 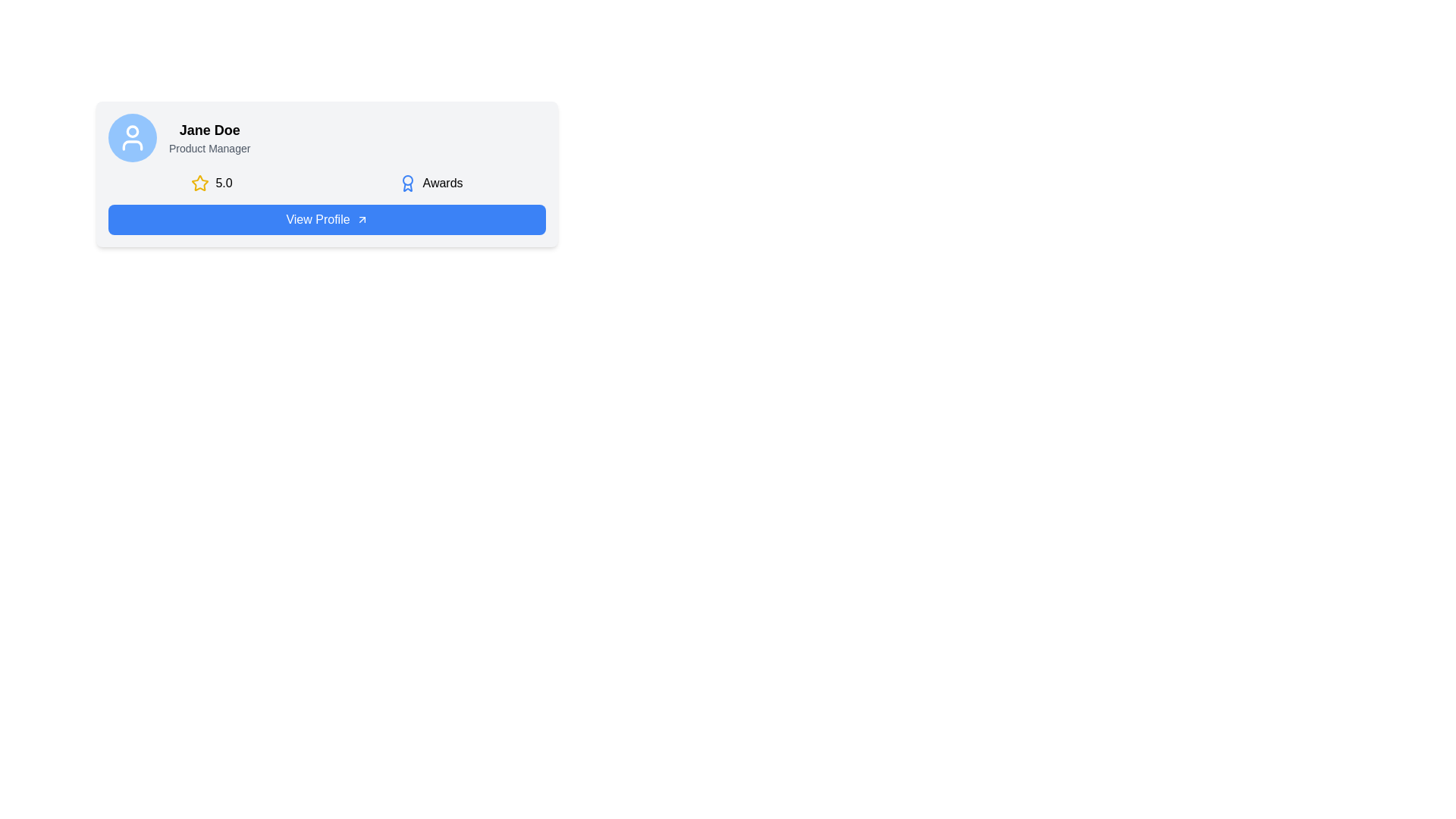 I want to click on the button that triggers access to the profile details of 'Jane Doe' to check for hover effects, so click(x=326, y=219).